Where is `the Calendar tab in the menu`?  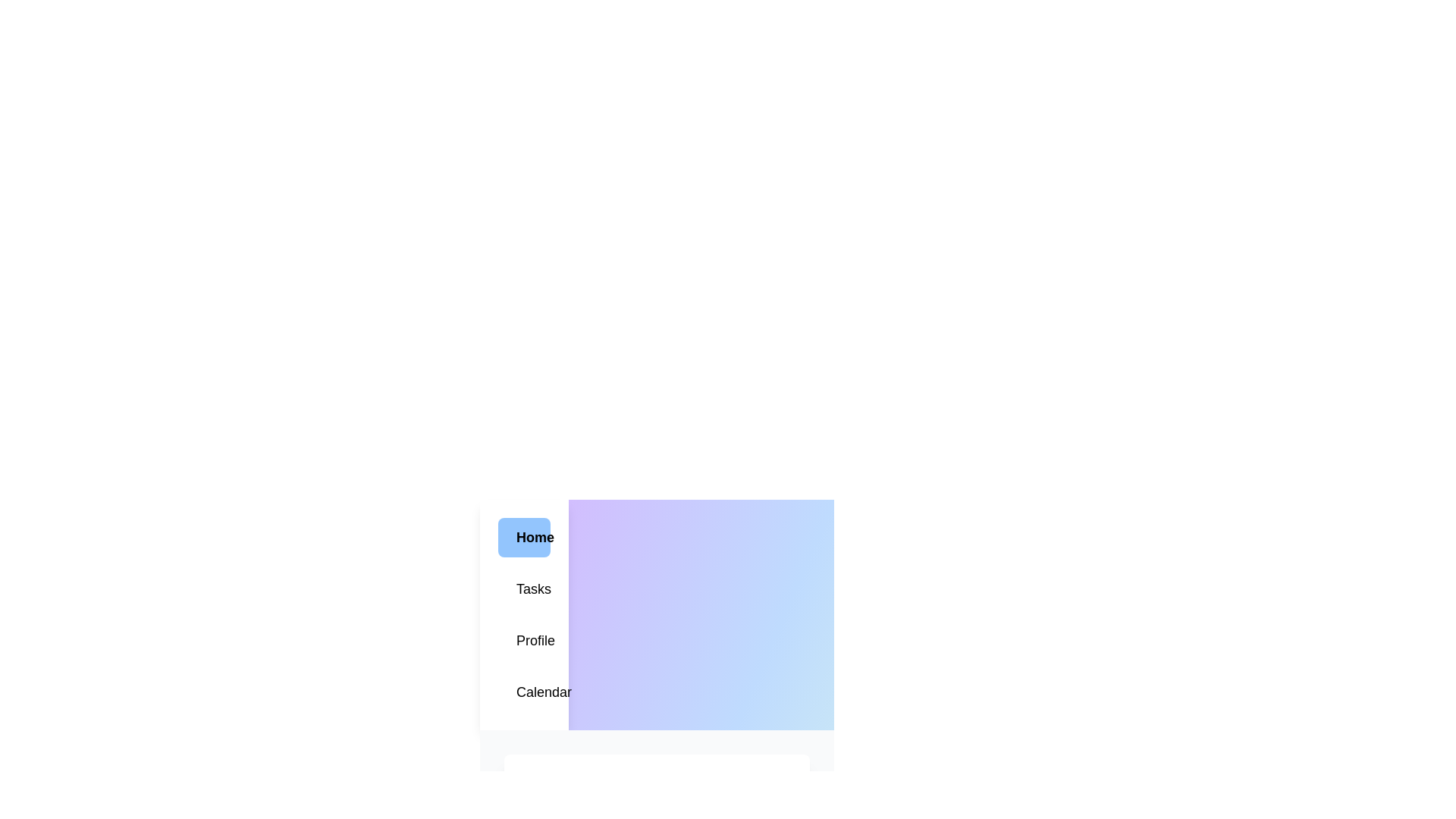
the Calendar tab in the menu is located at coordinates (524, 692).